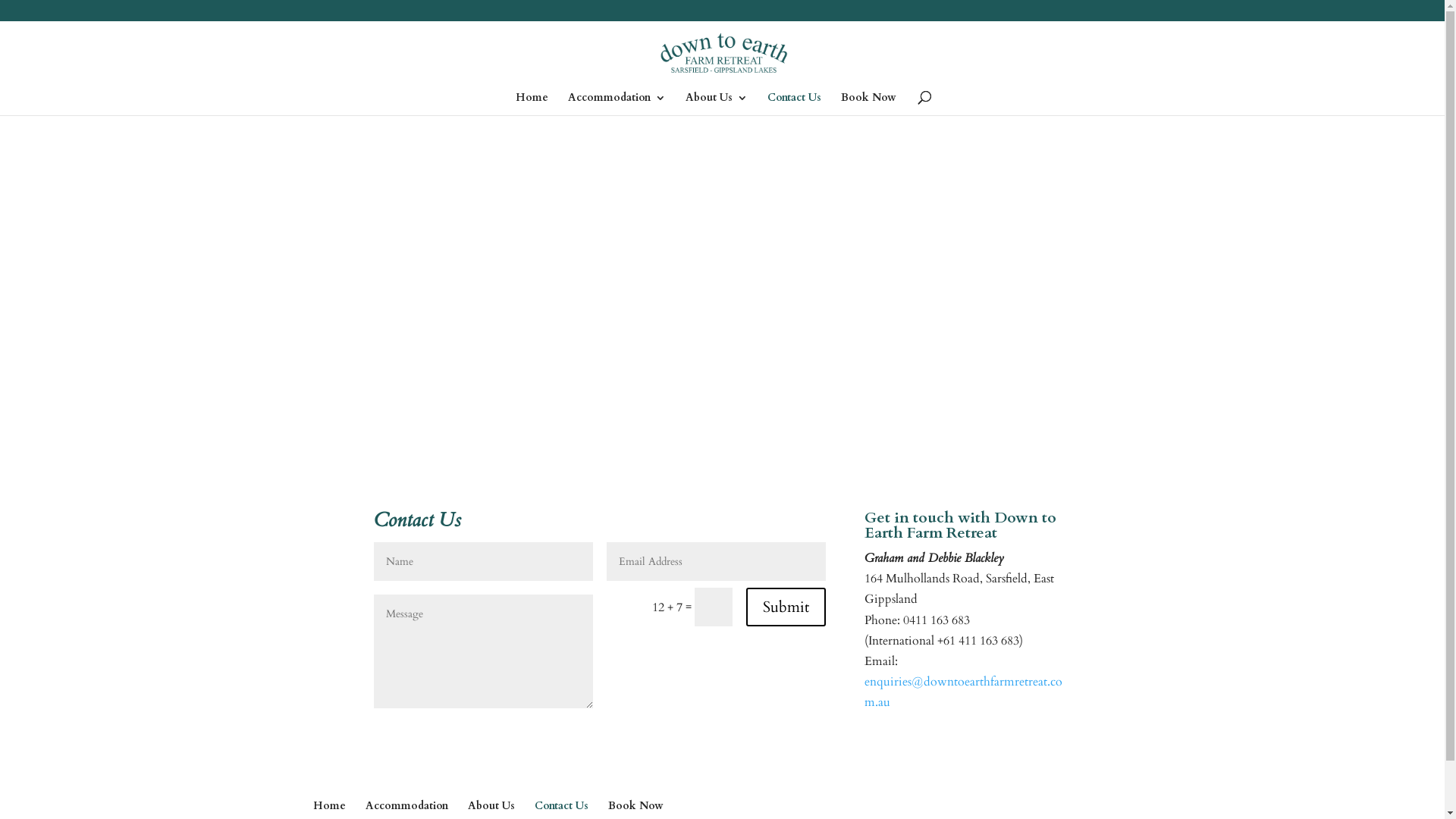 This screenshot has width=1456, height=819. Describe the element at coordinates (962, 692) in the screenshot. I see `'enquiries@downtoearthfarmretreat.com.au'` at that location.